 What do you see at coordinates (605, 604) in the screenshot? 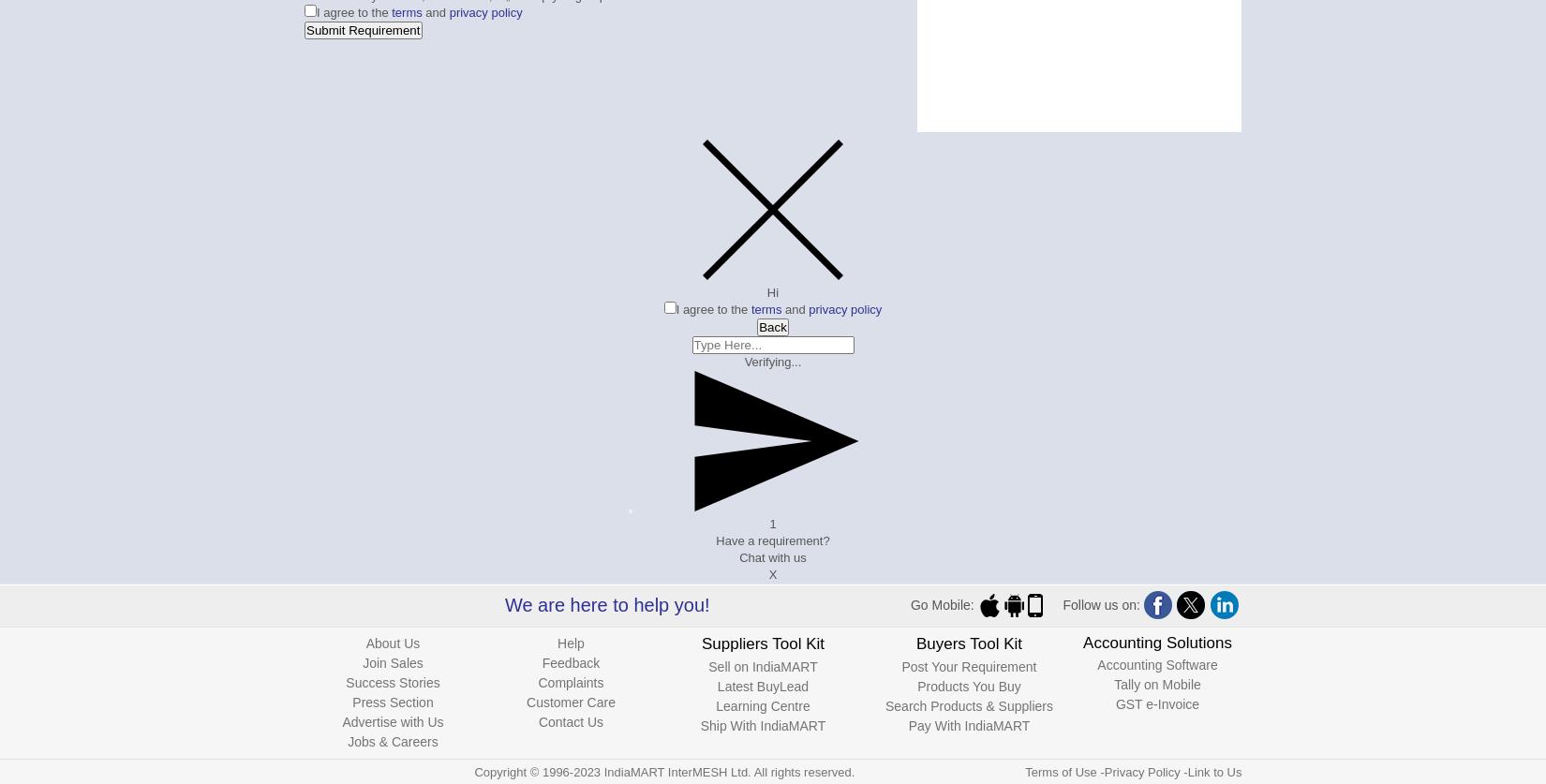
I see `'We are here to help you!'` at bounding box center [605, 604].